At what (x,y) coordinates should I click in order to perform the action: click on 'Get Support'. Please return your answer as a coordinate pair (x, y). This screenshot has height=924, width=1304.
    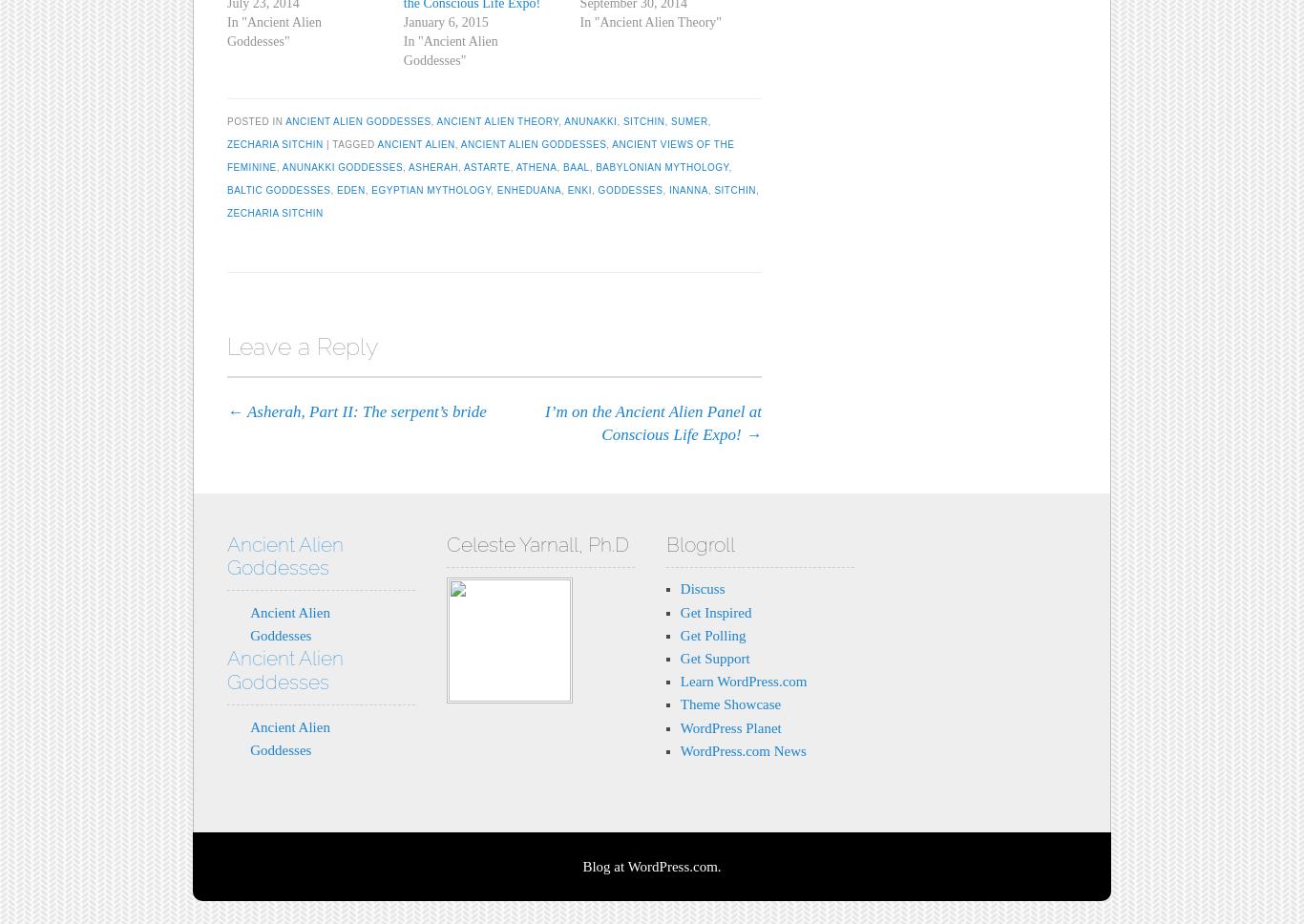
    Looking at the image, I should click on (679, 657).